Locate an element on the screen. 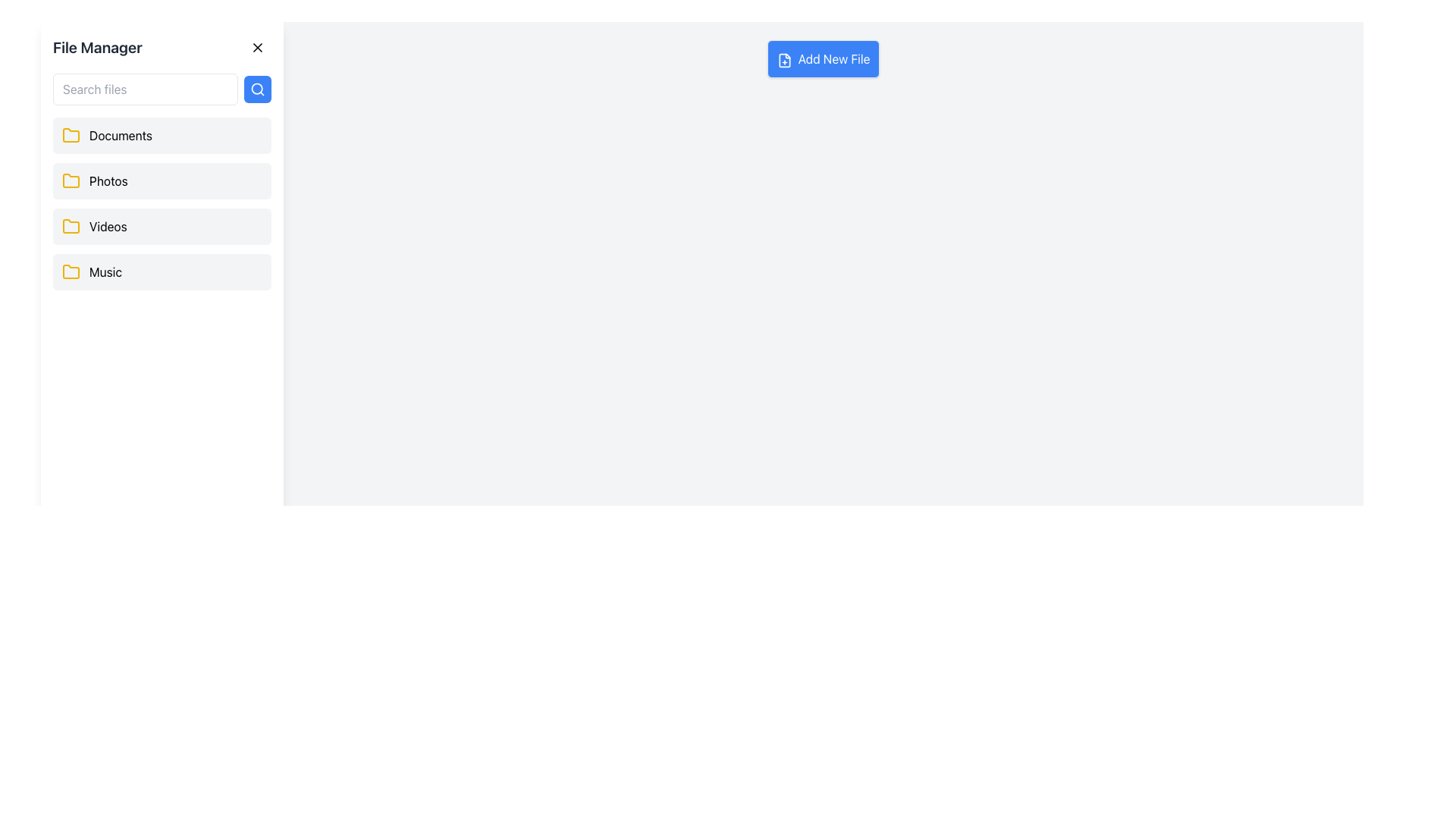 The width and height of the screenshot is (1456, 819). the document icon with a plus symbol, which is styled with a blue background and is located to the left of the 'Add New File' button text, to interact with the button is located at coordinates (783, 58).